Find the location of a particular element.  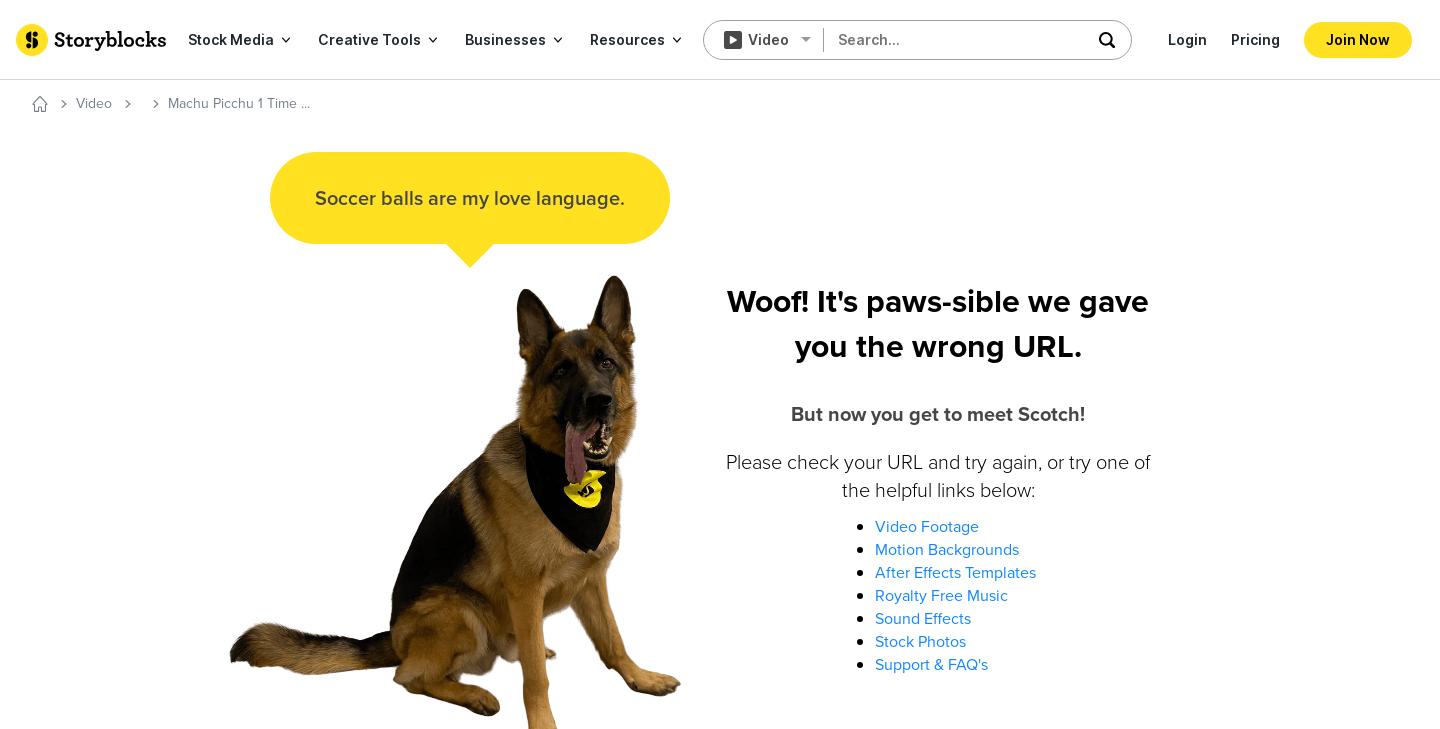

'Video Home' is located at coordinates (140, 113).